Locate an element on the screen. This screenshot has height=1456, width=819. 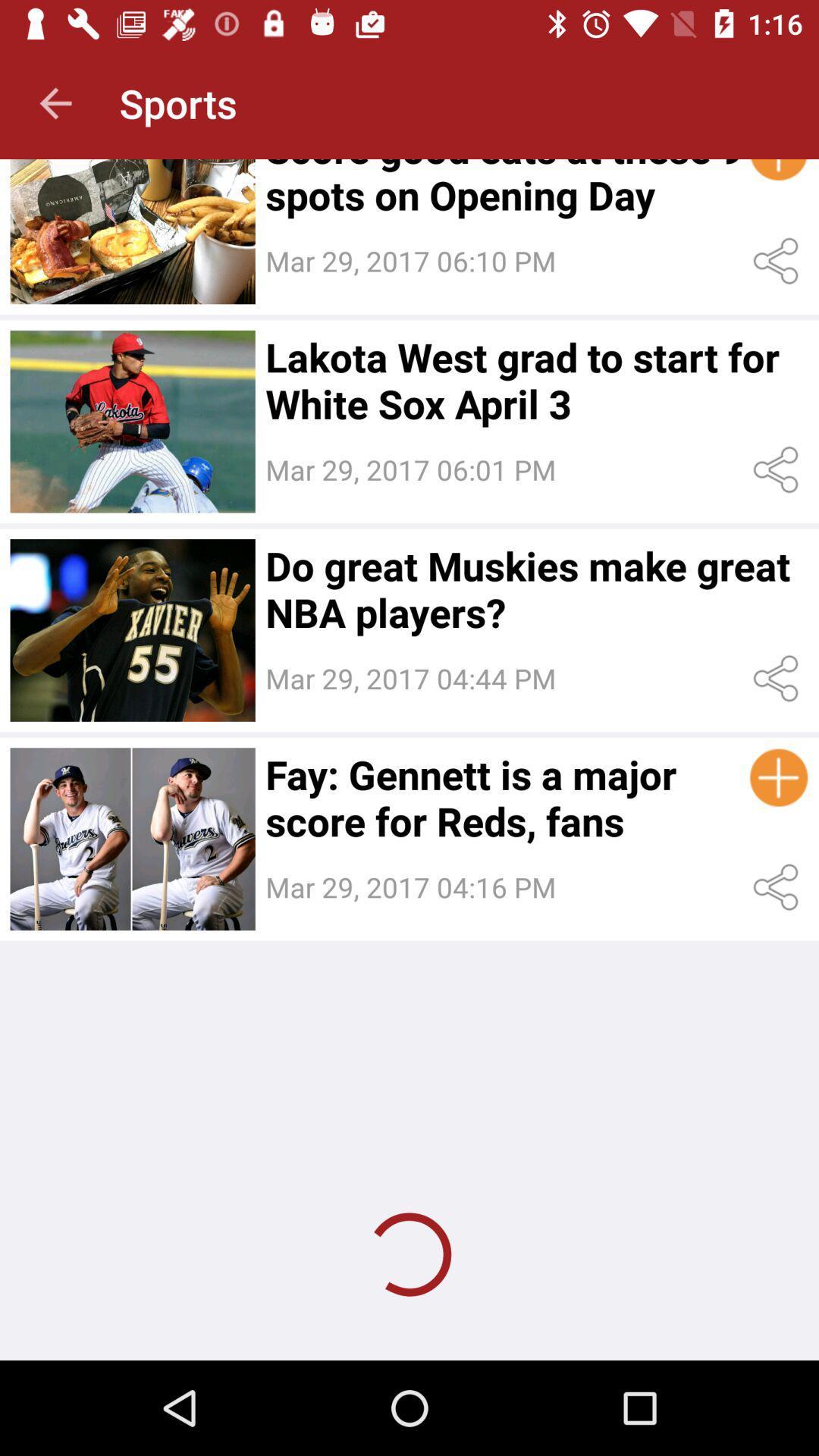
icon next to the sports app is located at coordinates (55, 102).